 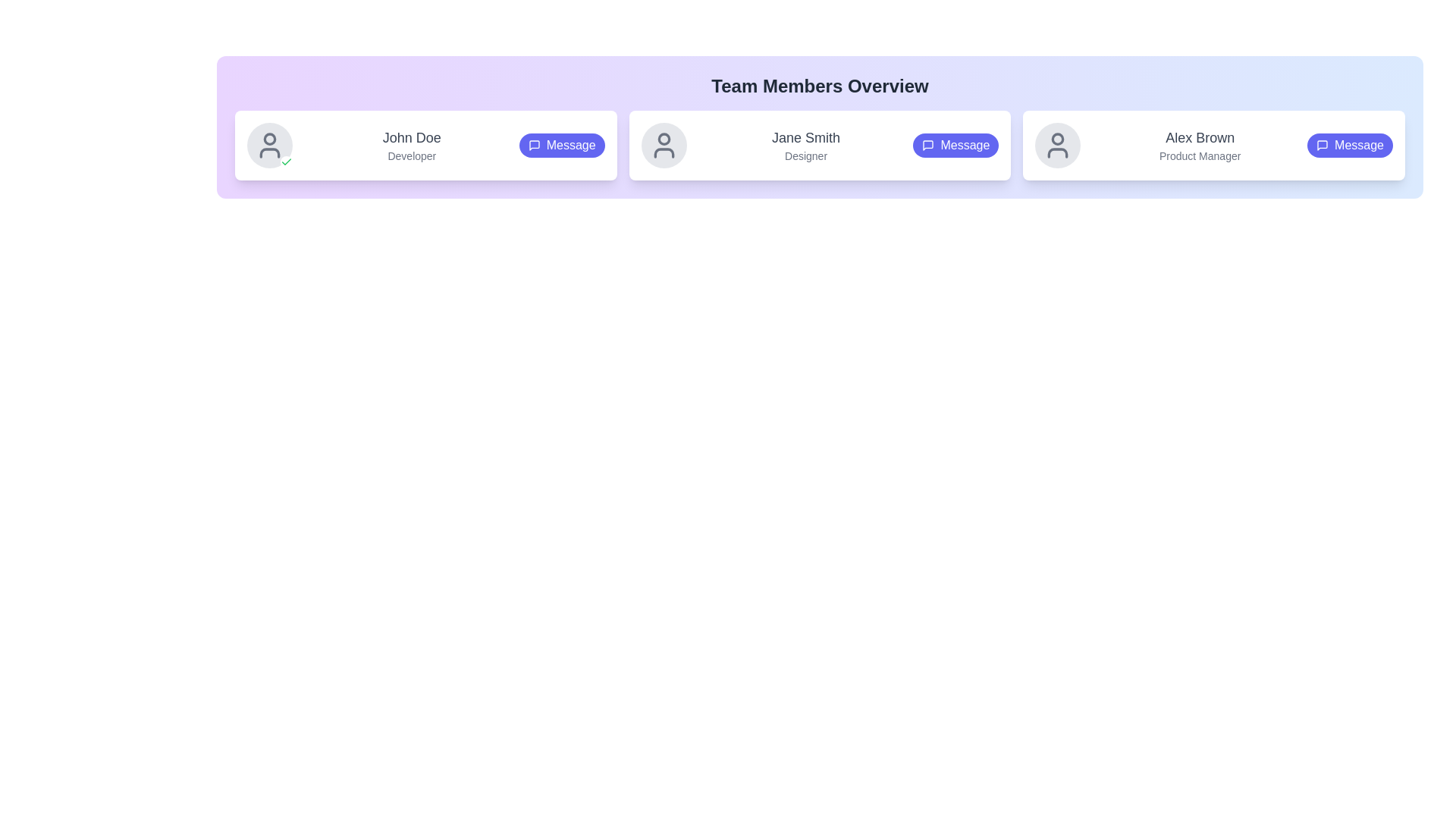 I want to click on the text label indicating the role of 'John Doe', so click(x=412, y=155).